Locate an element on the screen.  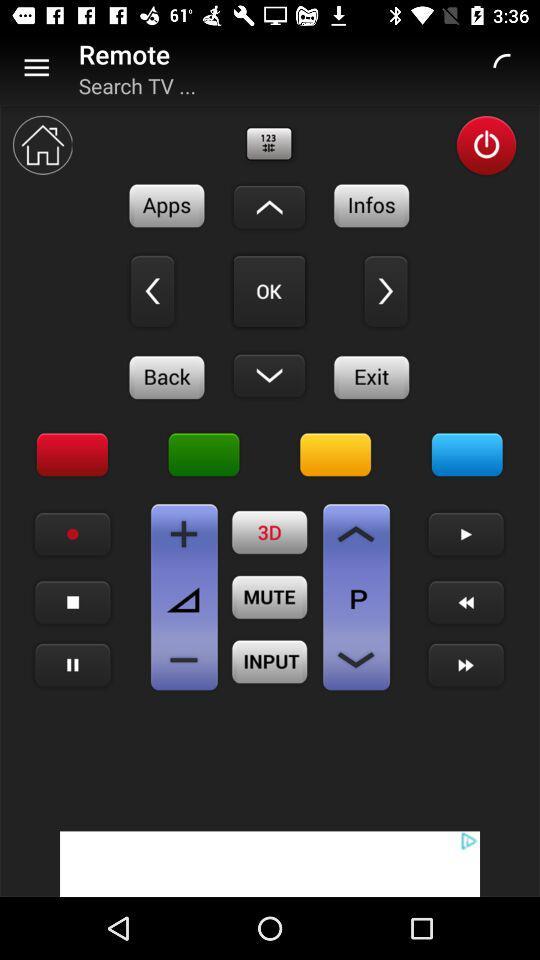
channel down button is located at coordinates (355, 659).